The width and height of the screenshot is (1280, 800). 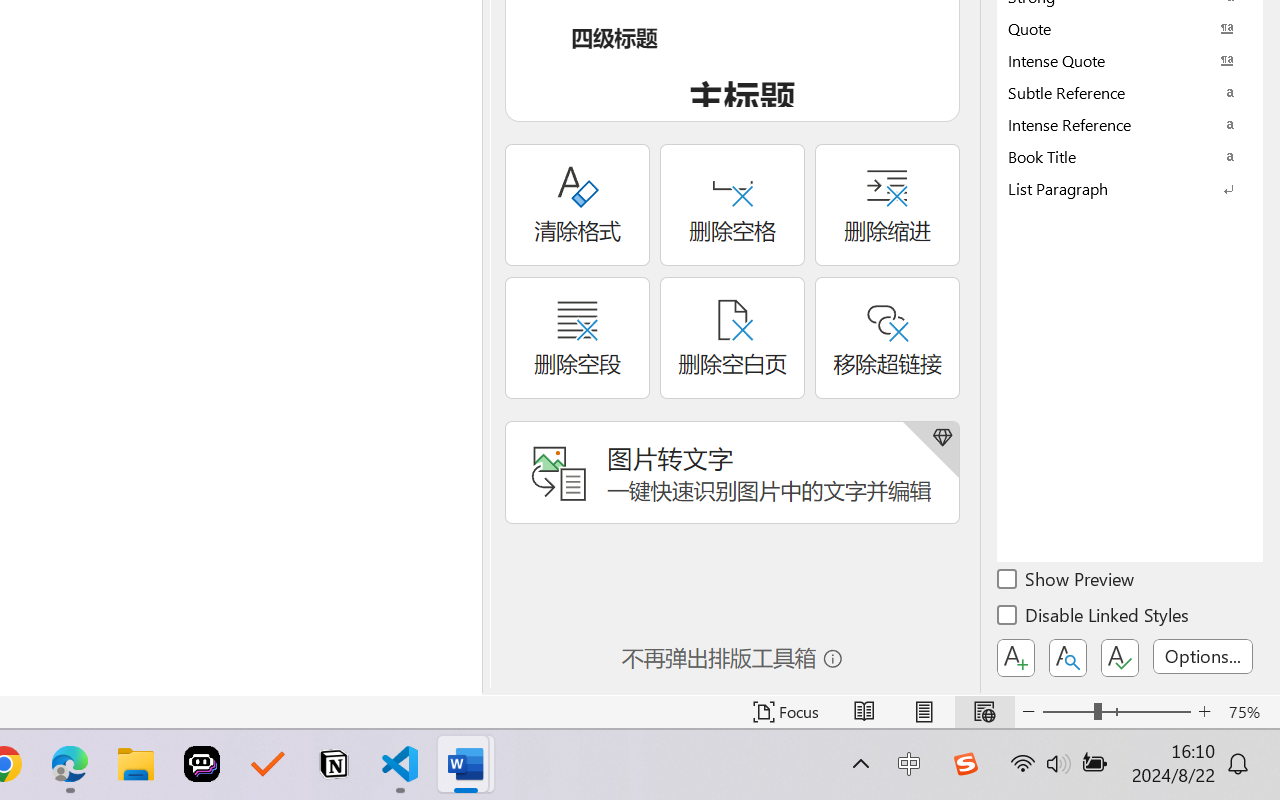 What do you see at coordinates (1202, 655) in the screenshot?
I see `'Options...'` at bounding box center [1202, 655].